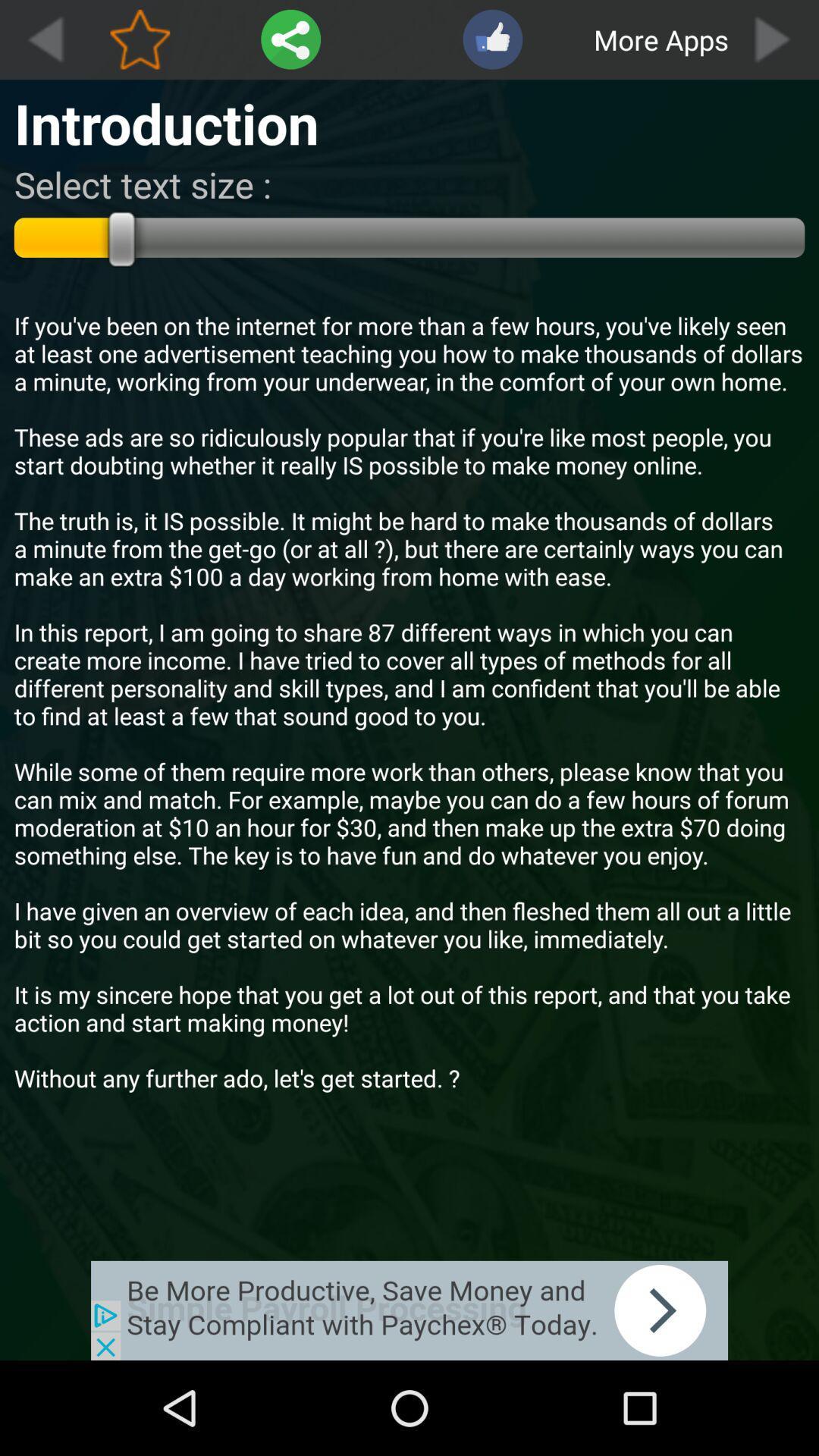 This screenshot has height=1456, width=819. Describe the element at coordinates (492, 39) in the screenshot. I see `like` at that location.